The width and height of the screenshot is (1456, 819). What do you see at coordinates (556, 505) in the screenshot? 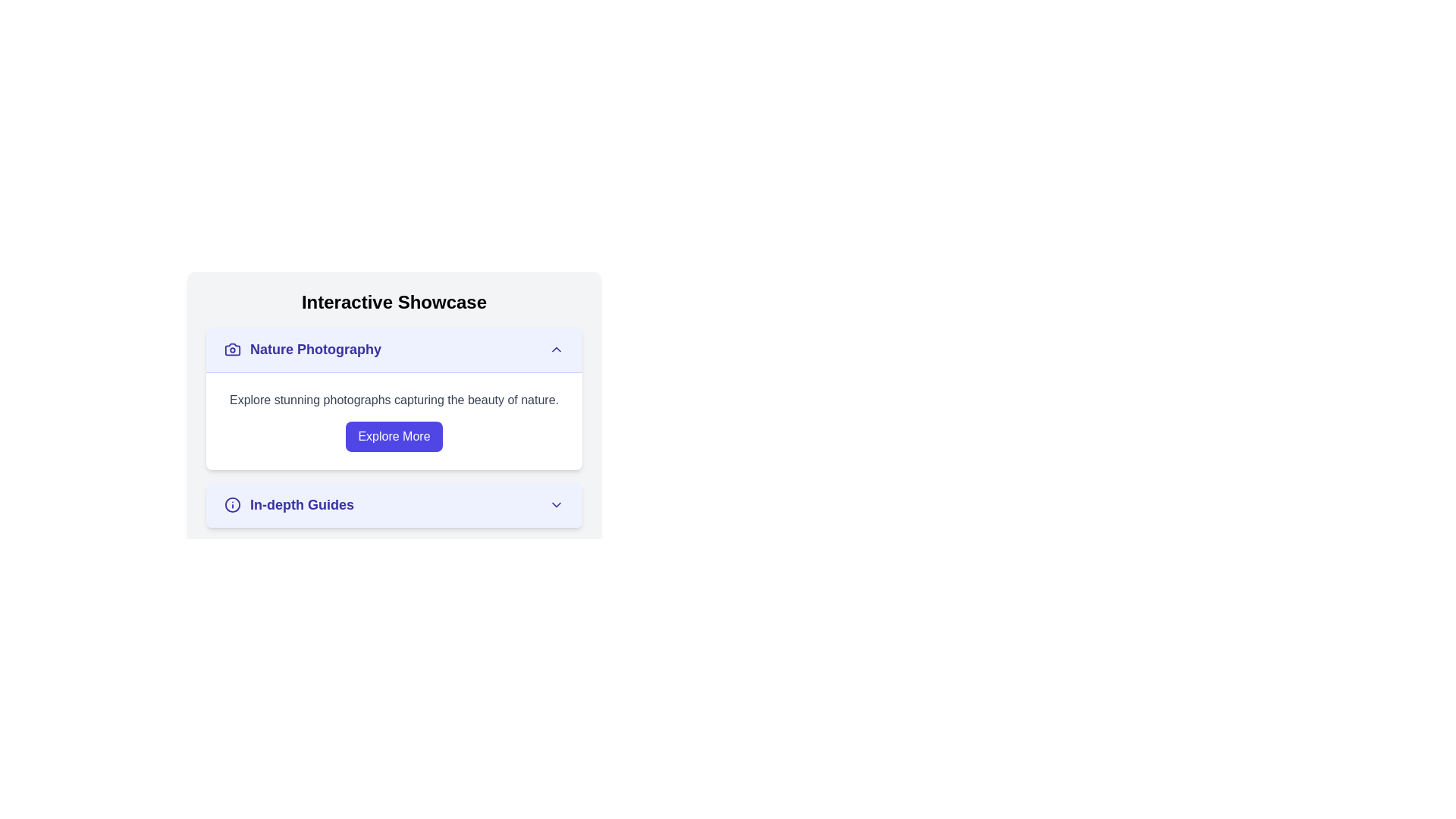
I see `the dropdown indicator icon located to the right of the 'In-depth Guides' section` at bounding box center [556, 505].